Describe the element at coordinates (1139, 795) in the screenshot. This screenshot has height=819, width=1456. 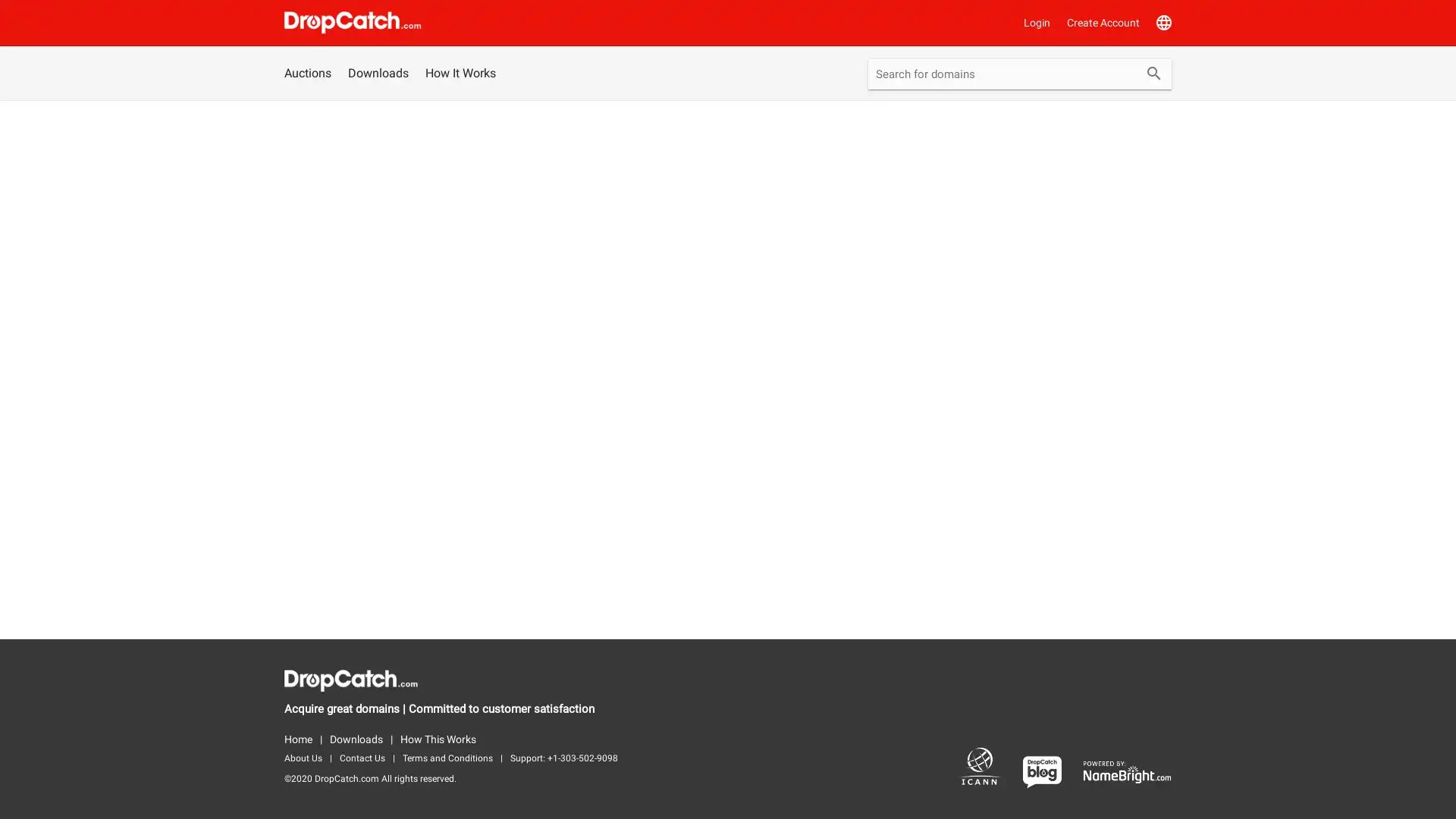
I see `Bid` at that location.